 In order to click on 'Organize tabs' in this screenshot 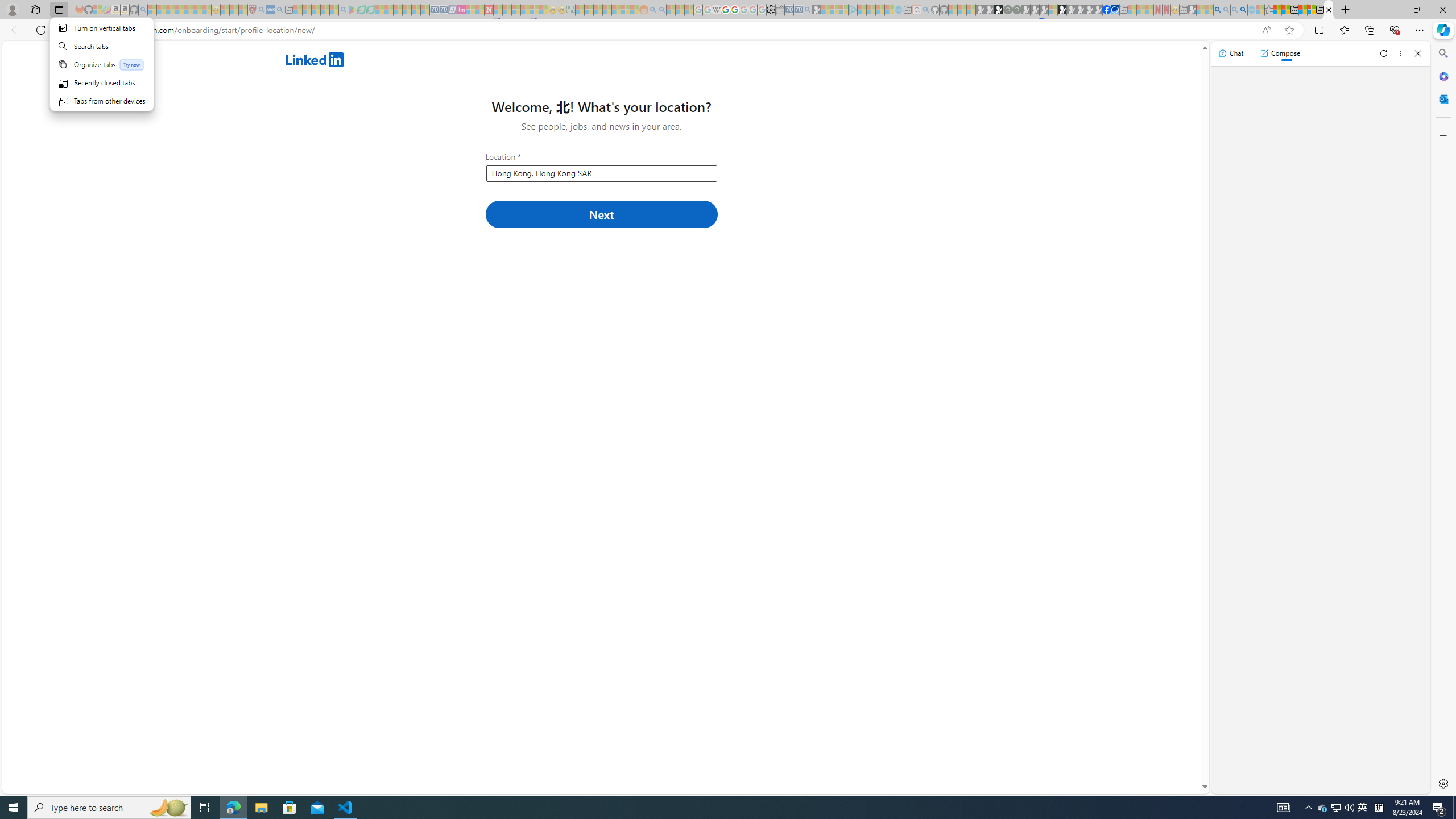, I will do `click(100, 64)`.